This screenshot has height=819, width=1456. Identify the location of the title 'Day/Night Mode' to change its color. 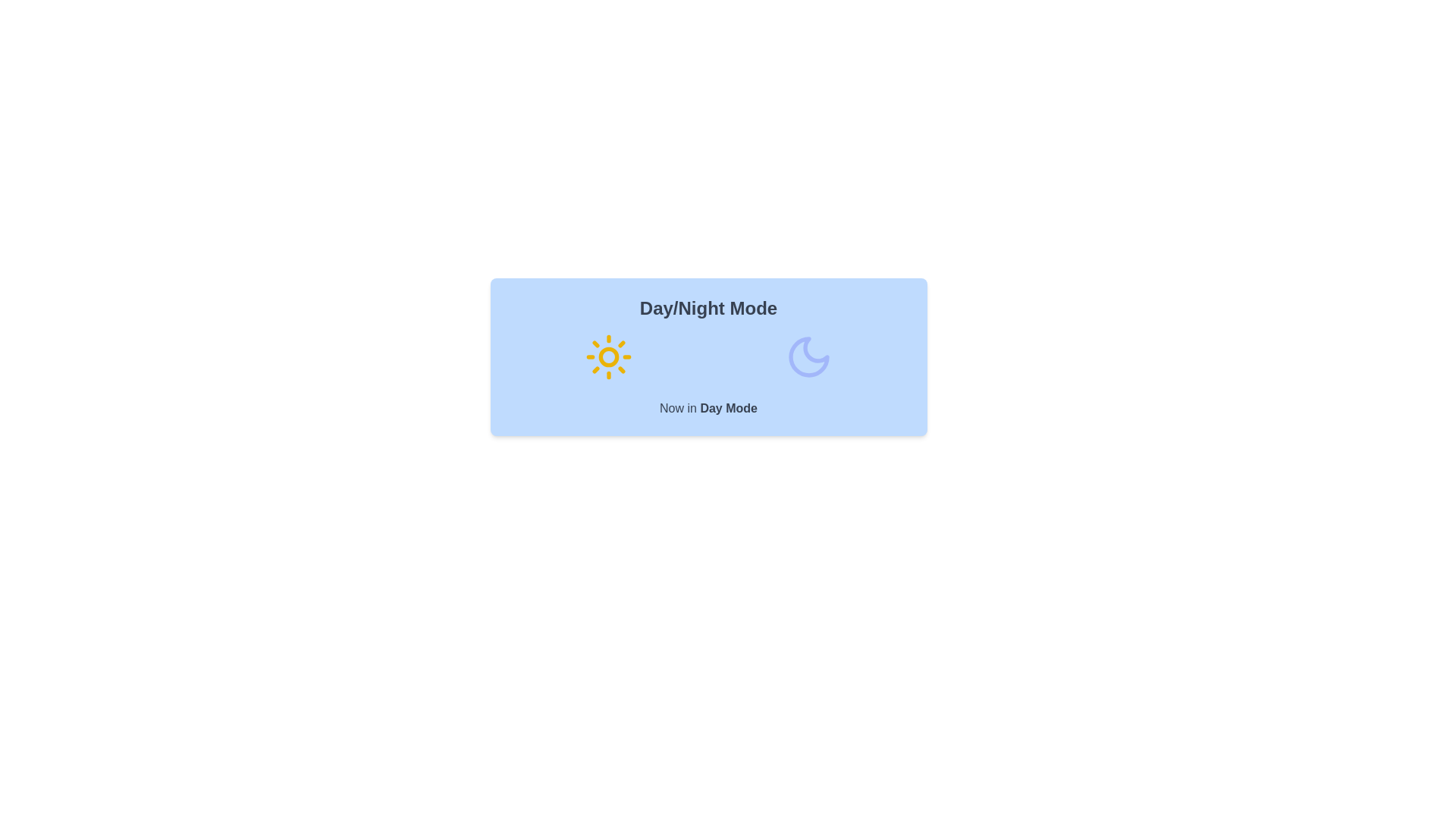
(708, 308).